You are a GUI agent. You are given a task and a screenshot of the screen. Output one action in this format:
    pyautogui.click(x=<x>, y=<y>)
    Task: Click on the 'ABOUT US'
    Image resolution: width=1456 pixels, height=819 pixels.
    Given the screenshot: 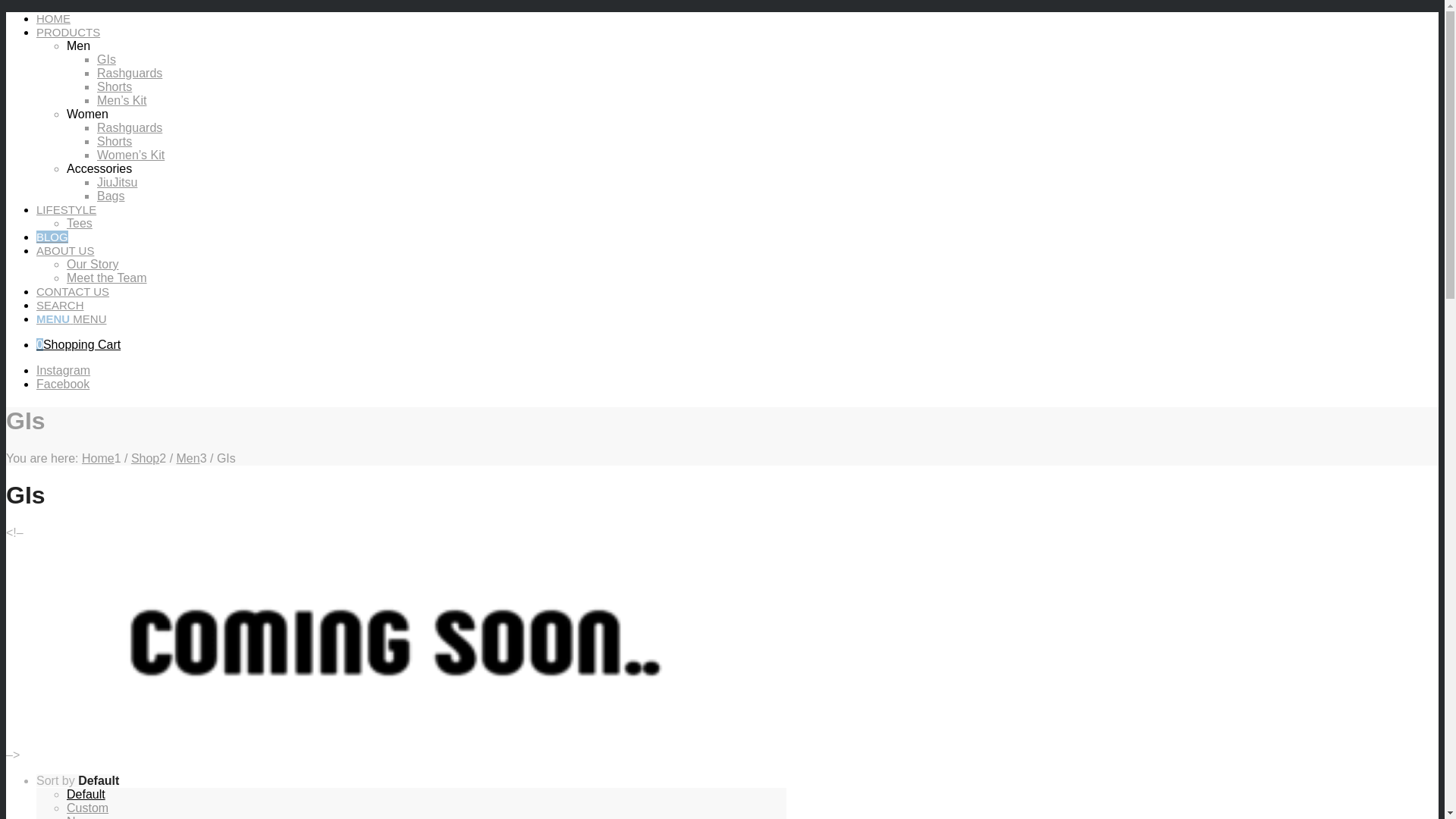 What is the action you would take?
    pyautogui.click(x=64, y=249)
    